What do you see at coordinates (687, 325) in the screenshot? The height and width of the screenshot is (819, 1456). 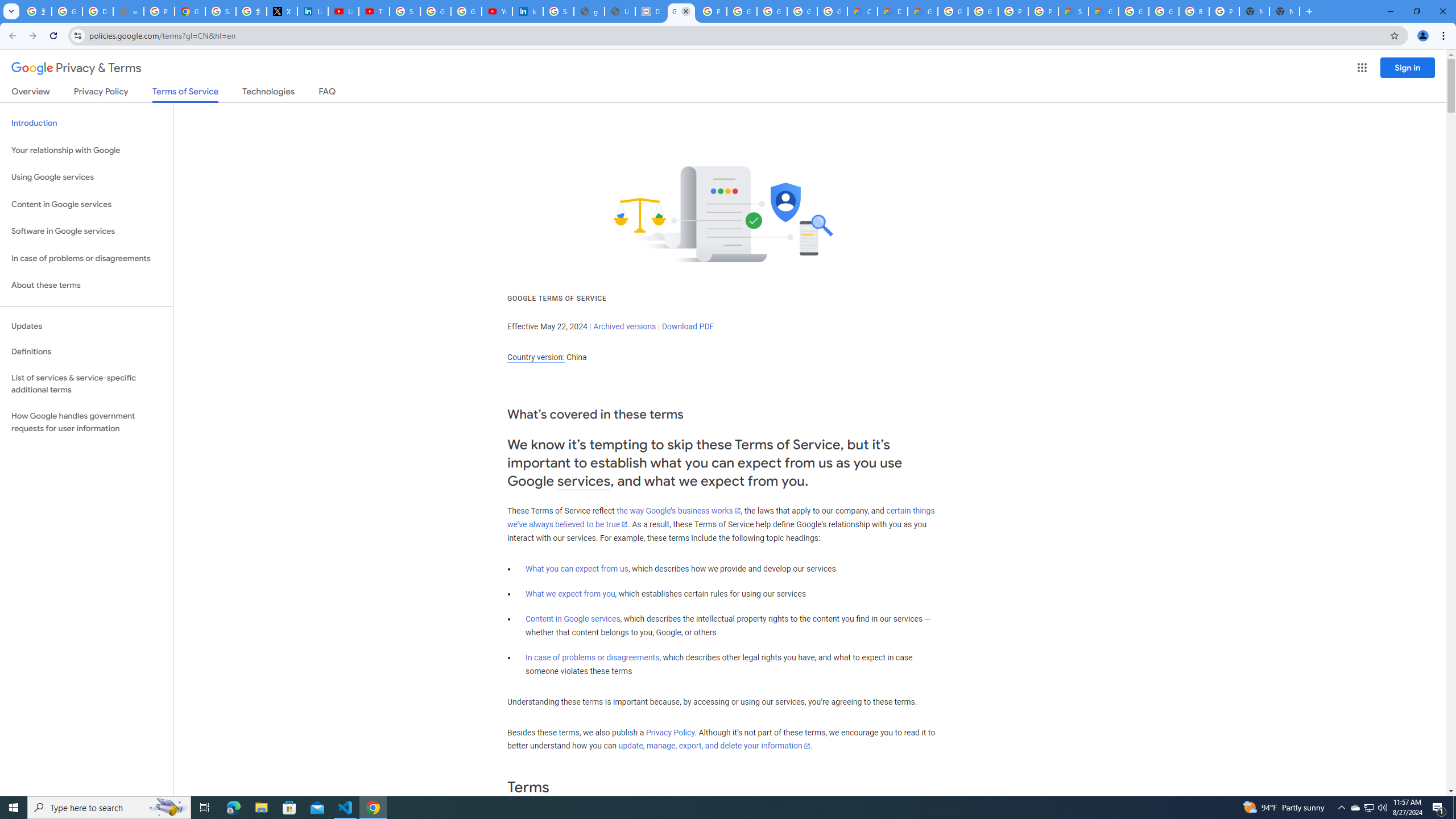 I see `'Download PDF'` at bounding box center [687, 325].